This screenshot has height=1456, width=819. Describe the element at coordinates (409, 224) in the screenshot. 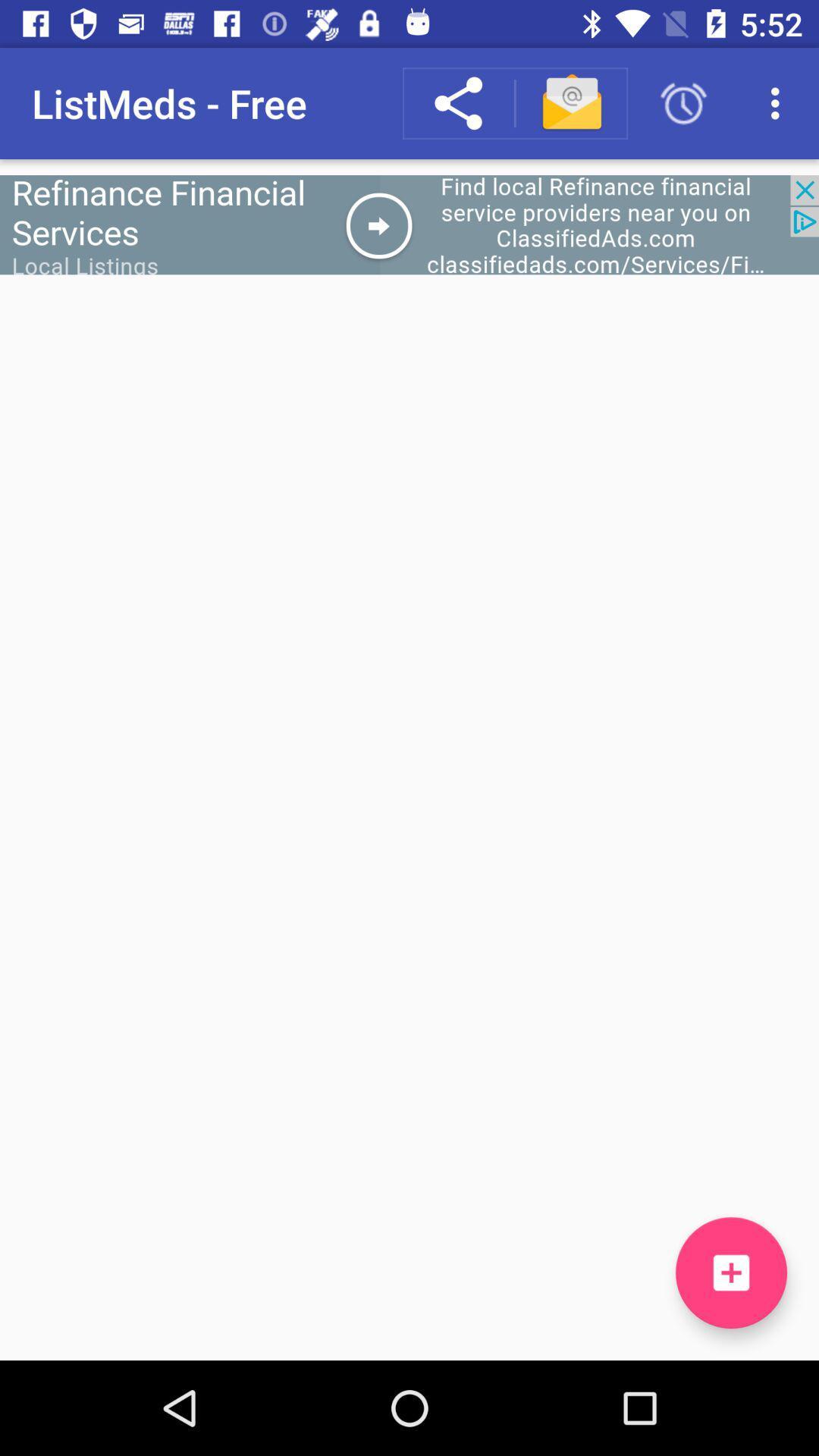

I see `for add` at that location.